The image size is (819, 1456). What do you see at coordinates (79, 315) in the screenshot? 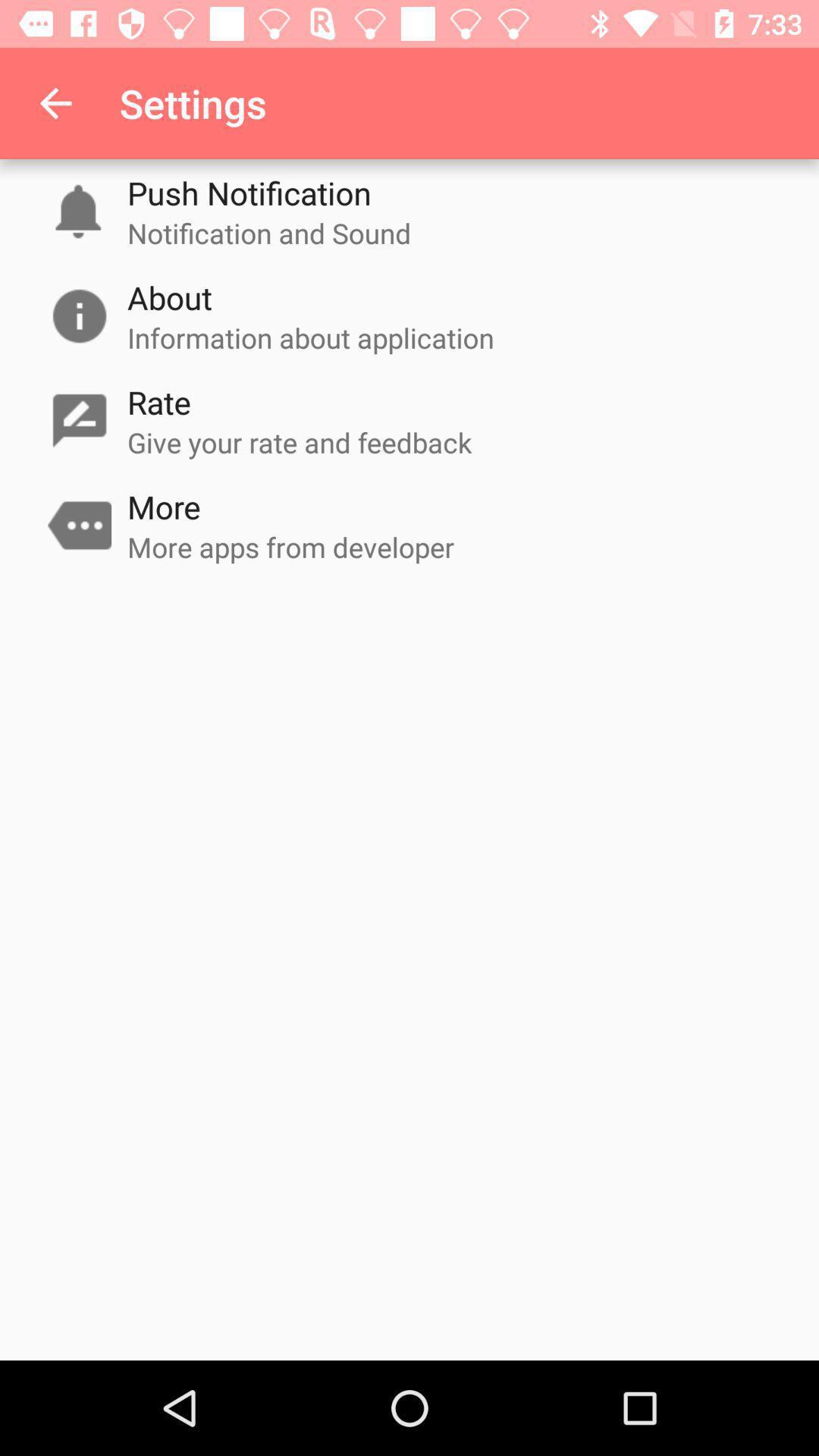
I see `information icon which is on the left side of about` at bounding box center [79, 315].